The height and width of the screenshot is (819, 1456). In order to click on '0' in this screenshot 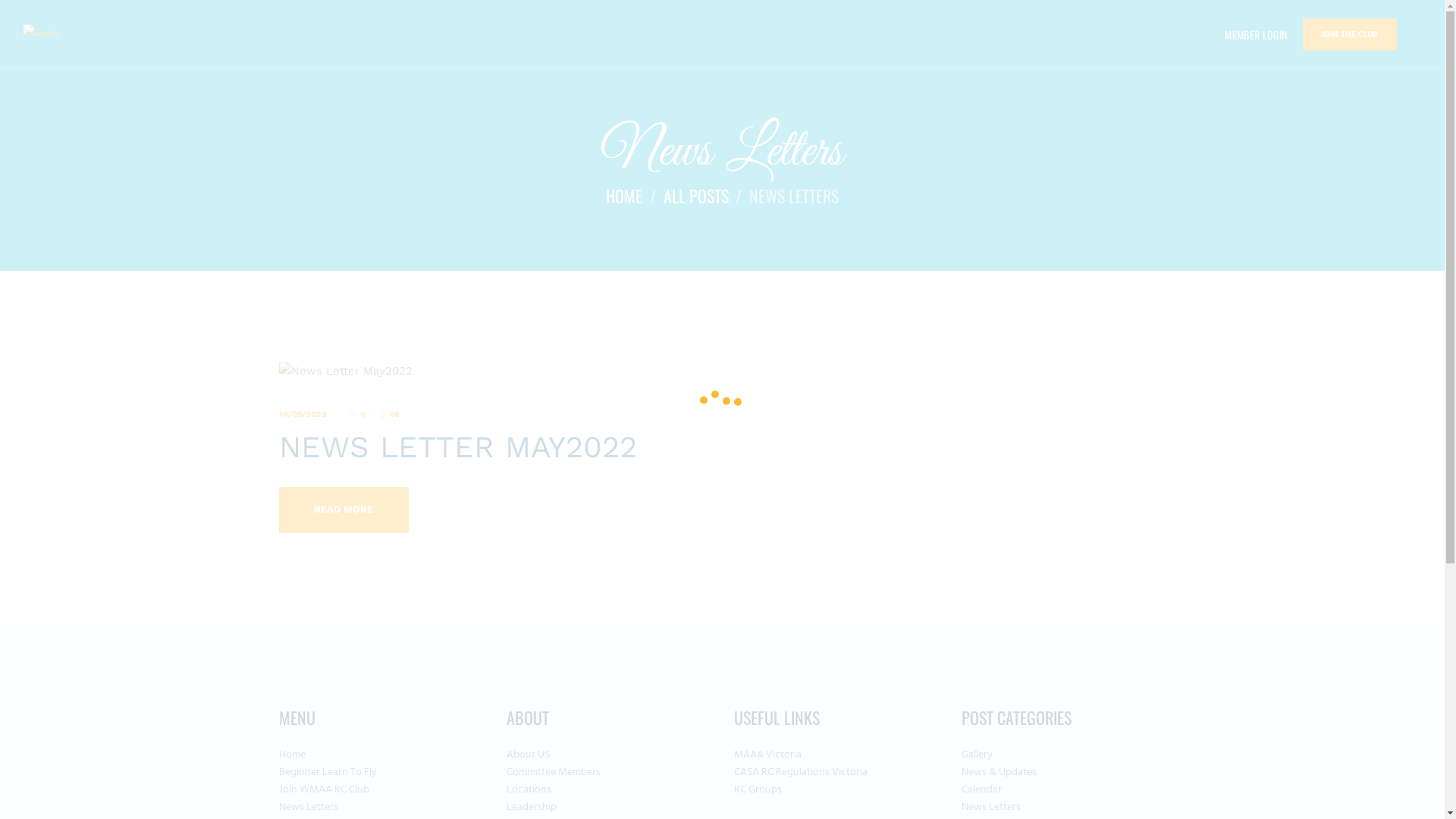, I will do `click(358, 414)`.